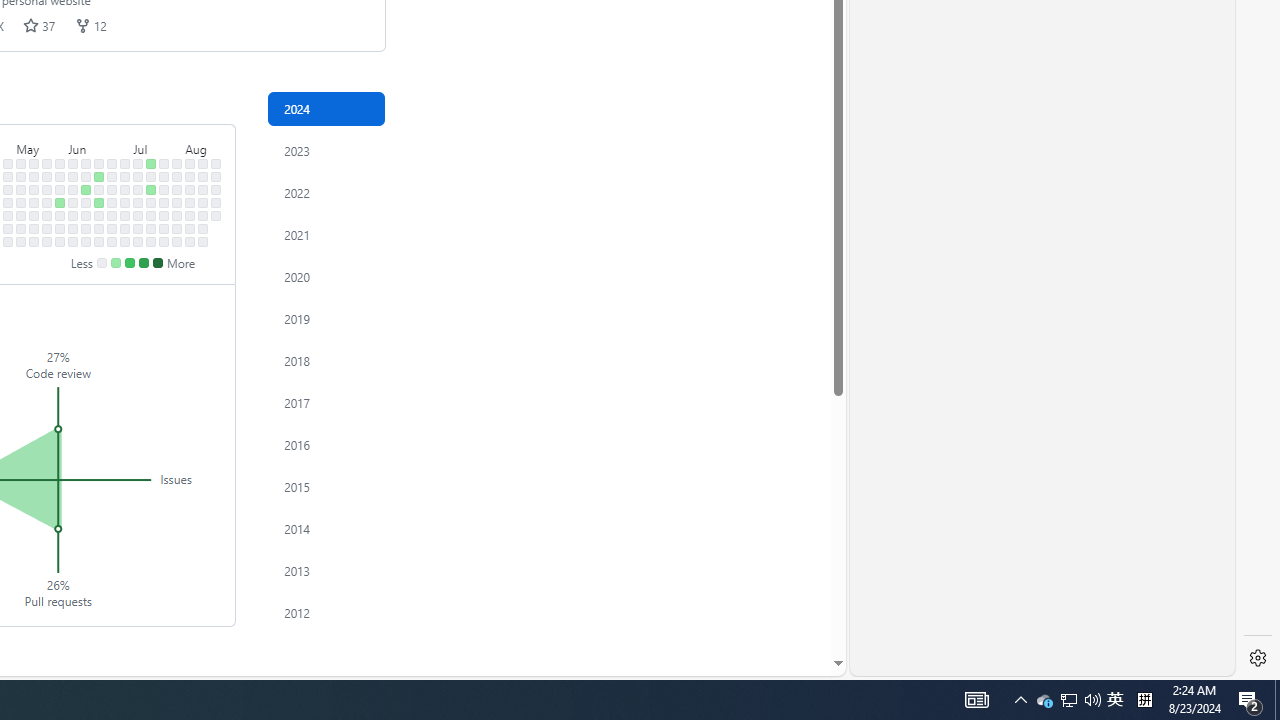 This screenshot has width=1280, height=720. I want to click on 'No contributions on May 15th.', so click(34, 202).